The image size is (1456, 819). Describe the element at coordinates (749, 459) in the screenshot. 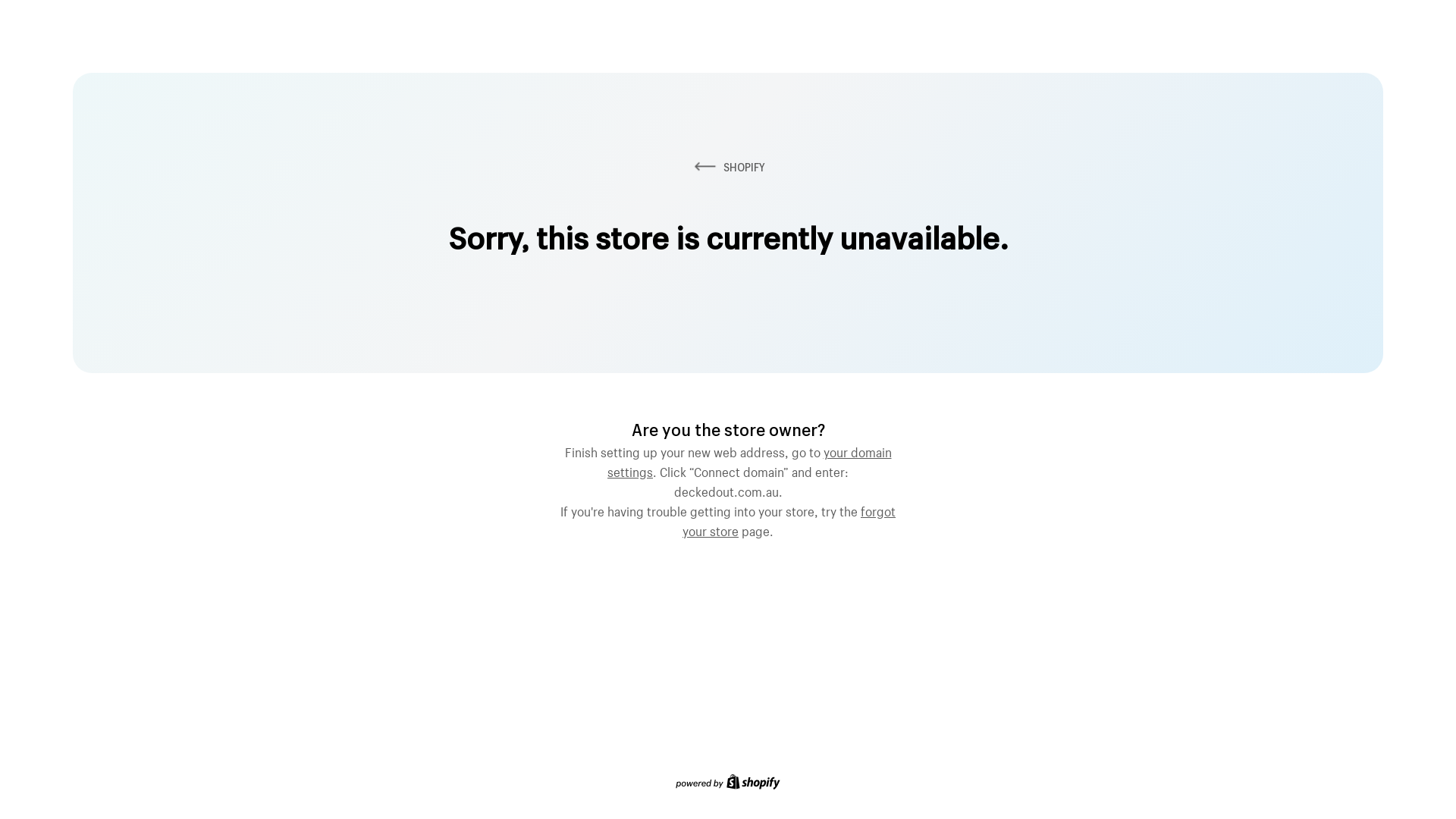

I see `'your domain settings'` at that location.